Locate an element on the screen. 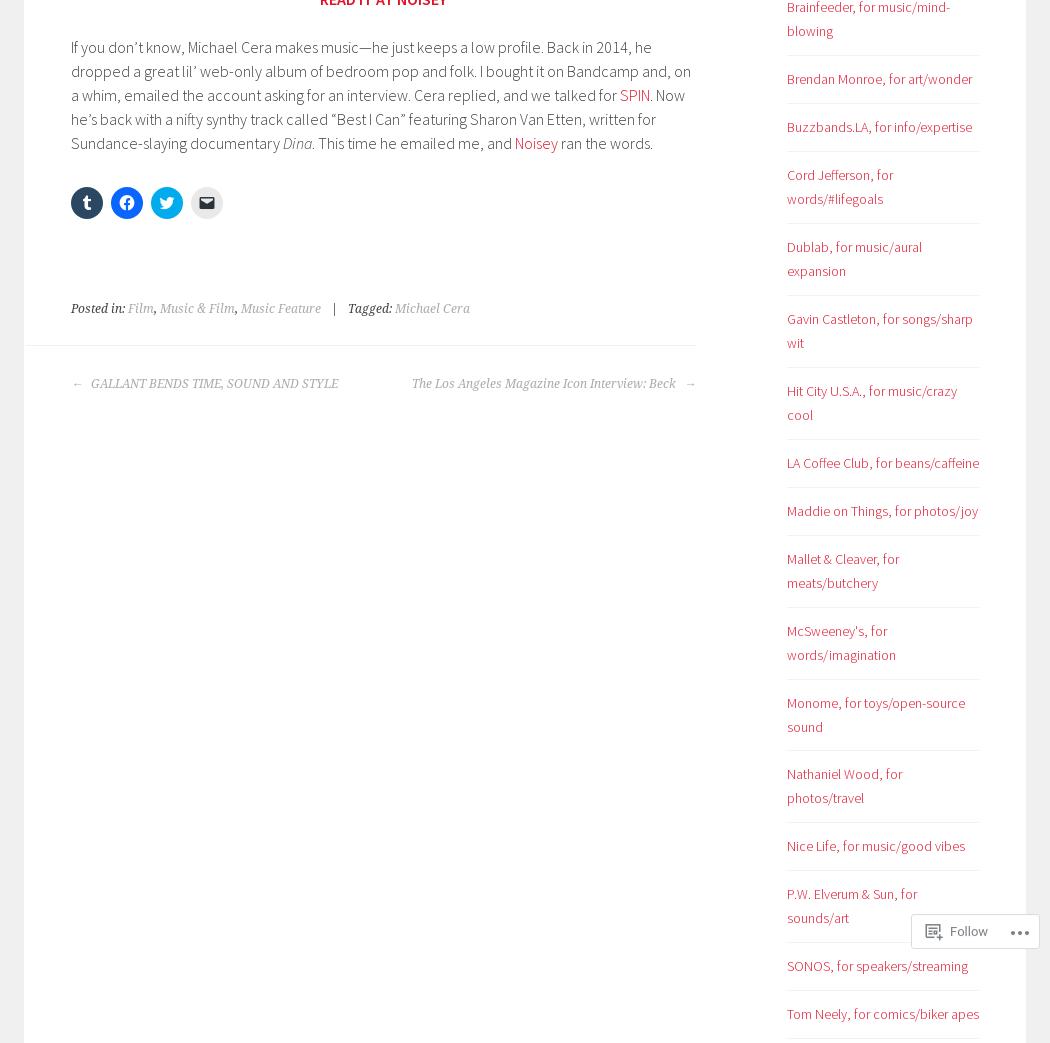 Image resolution: width=1050 pixels, height=1043 pixels. 'Michael Cera' is located at coordinates (395, 306).